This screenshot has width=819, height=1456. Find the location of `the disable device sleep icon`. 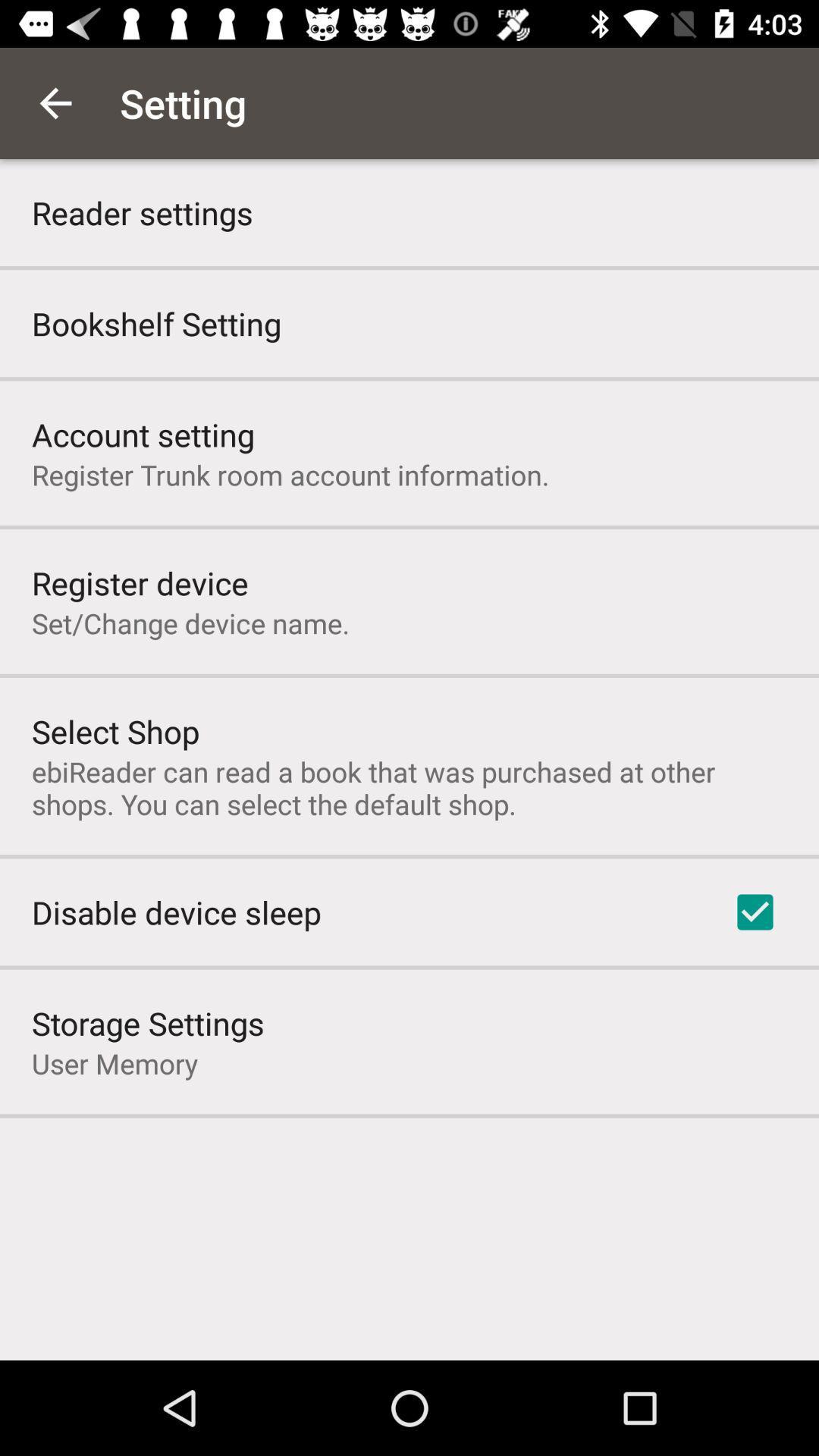

the disable device sleep icon is located at coordinates (175, 912).